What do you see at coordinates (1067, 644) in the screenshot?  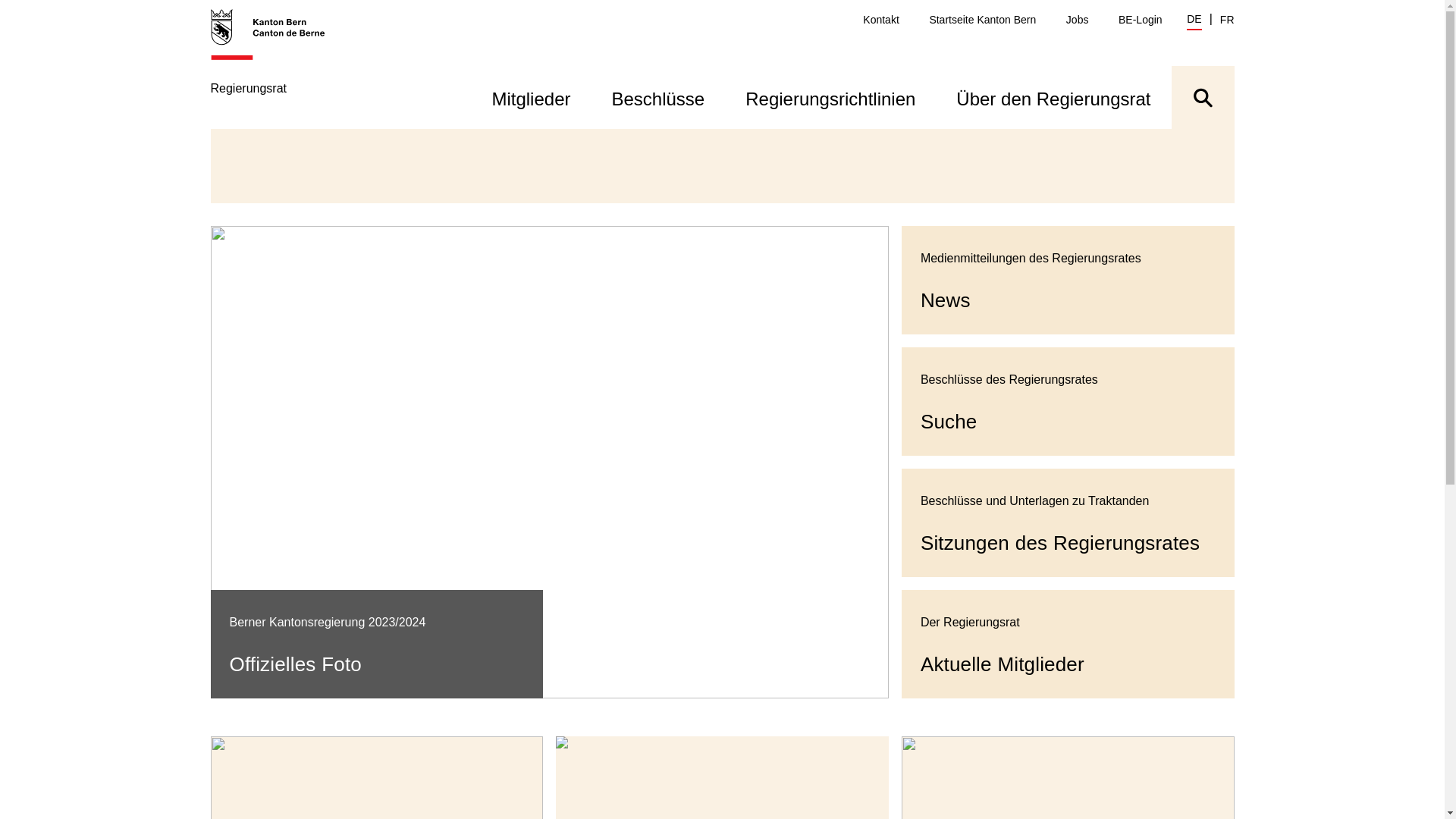 I see `'Aktuelle Mitglieder` at bounding box center [1067, 644].